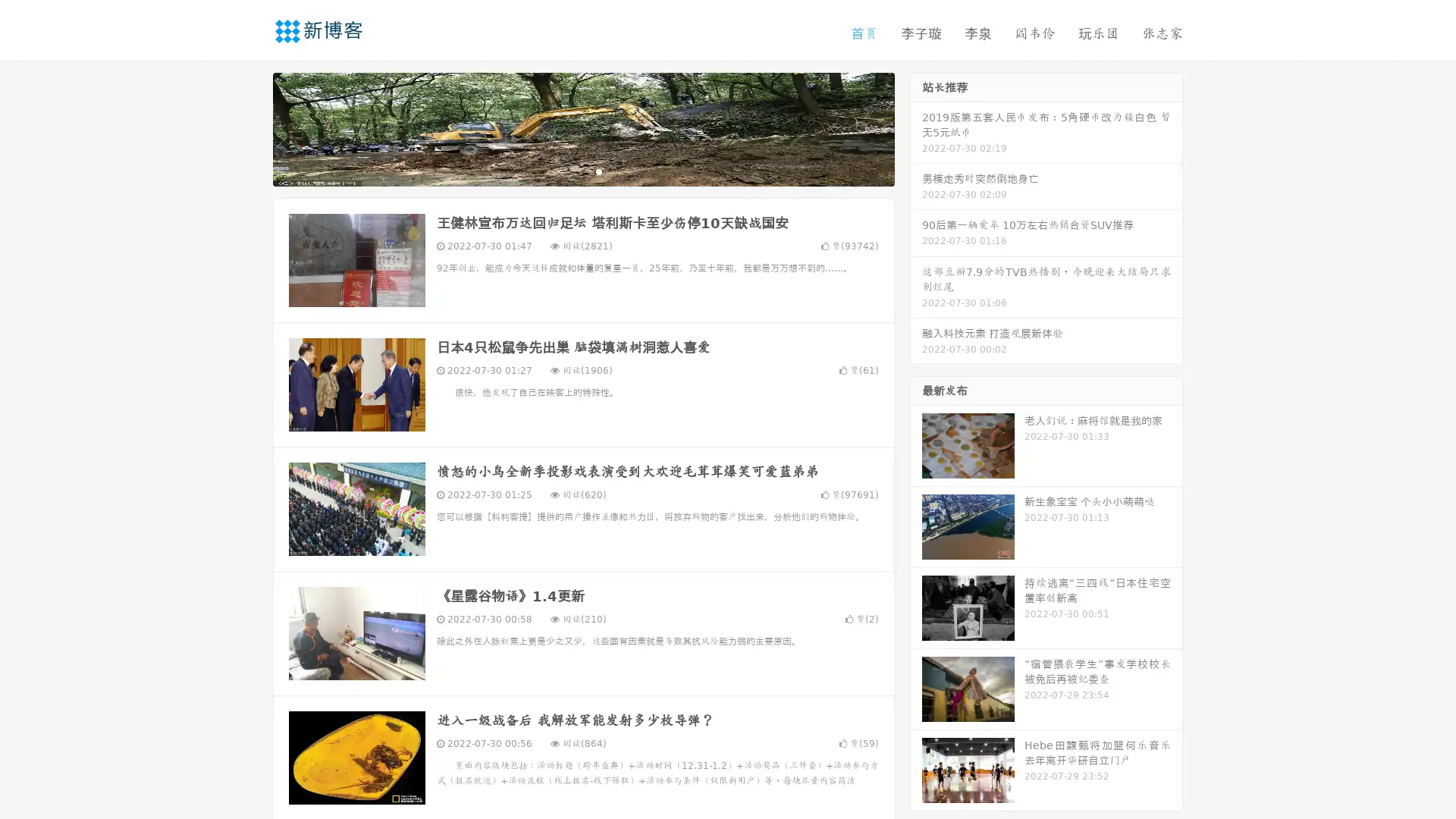 The height and width of the screenshot is (819, 1456). I want to click on Next slide, so click(916, 127).